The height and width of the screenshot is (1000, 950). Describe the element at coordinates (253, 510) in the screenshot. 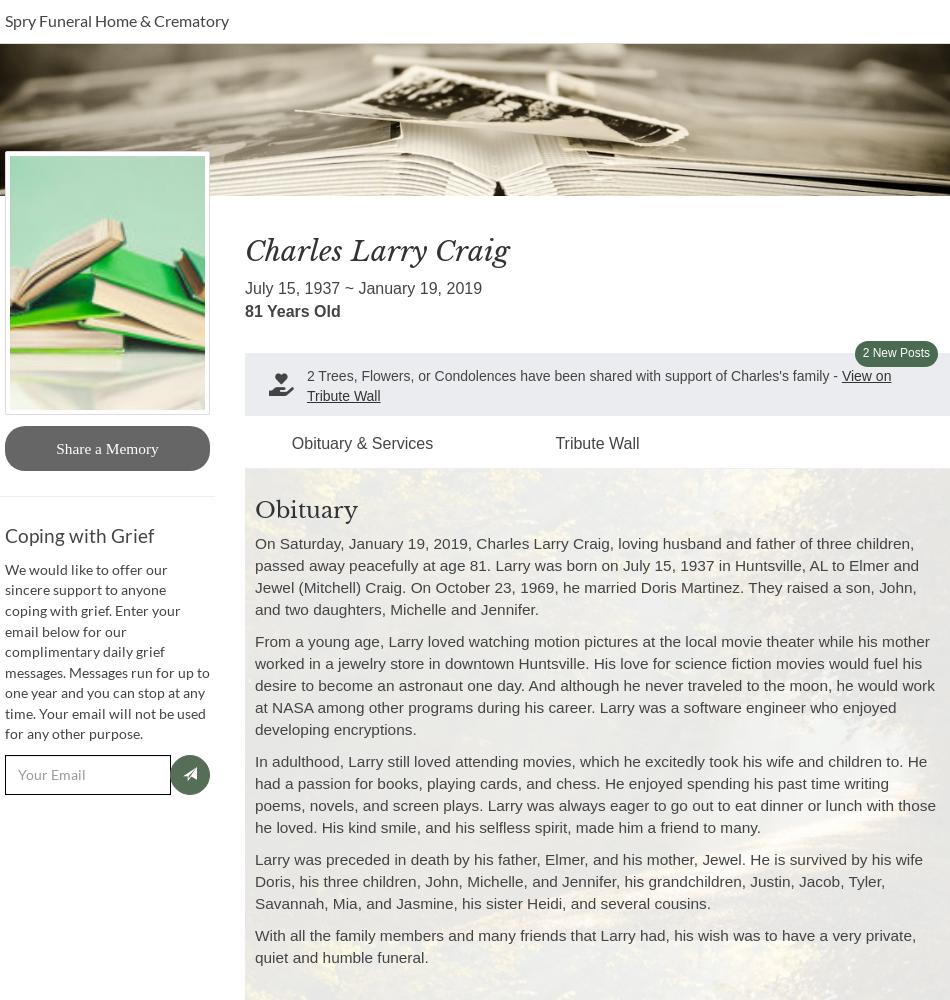

I see `'Obituary'` at that location.